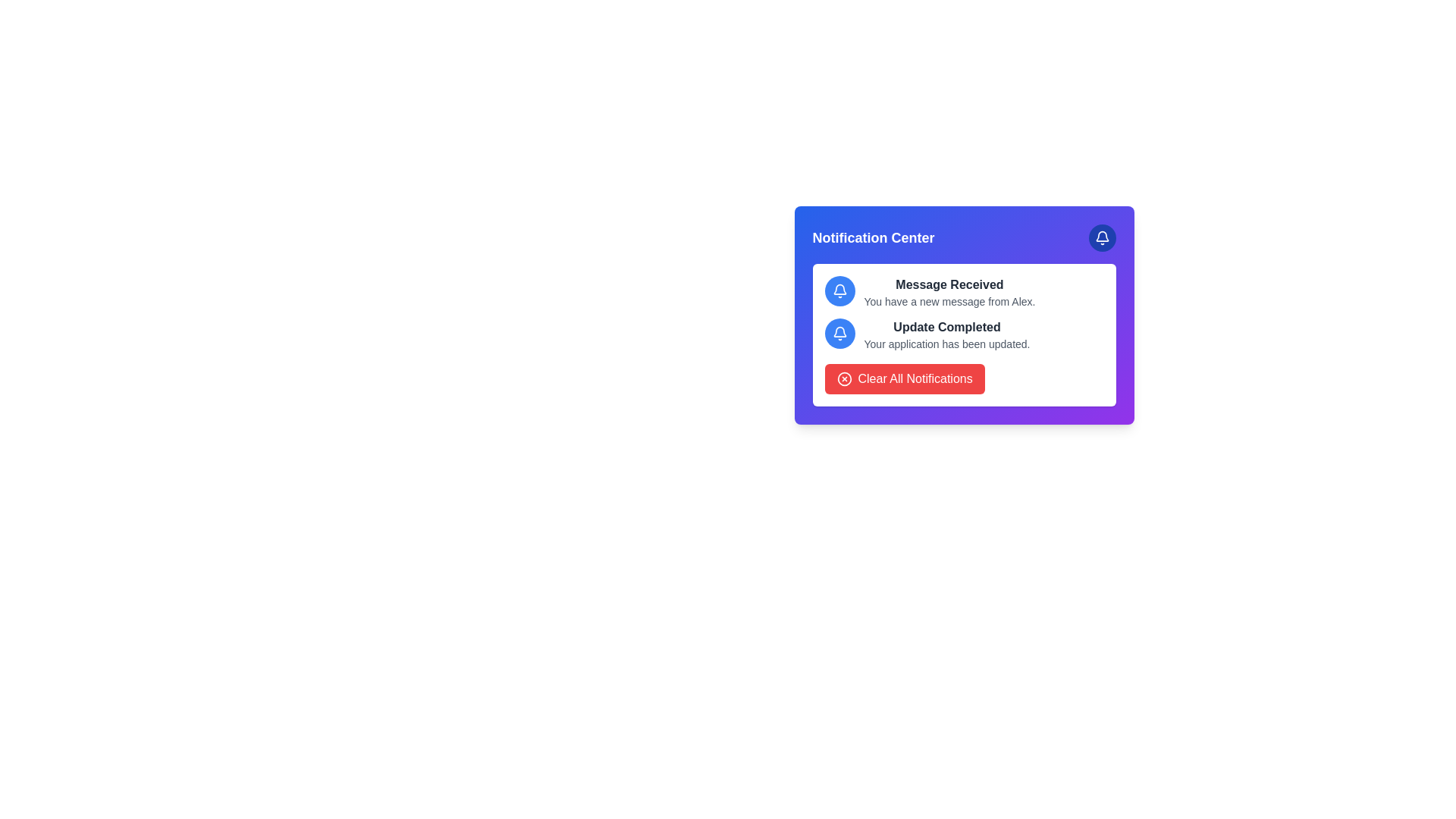  I want to click on the bell icon in the top-right corner of the notification panel, which visually indicates notifications, so click(839, 289).